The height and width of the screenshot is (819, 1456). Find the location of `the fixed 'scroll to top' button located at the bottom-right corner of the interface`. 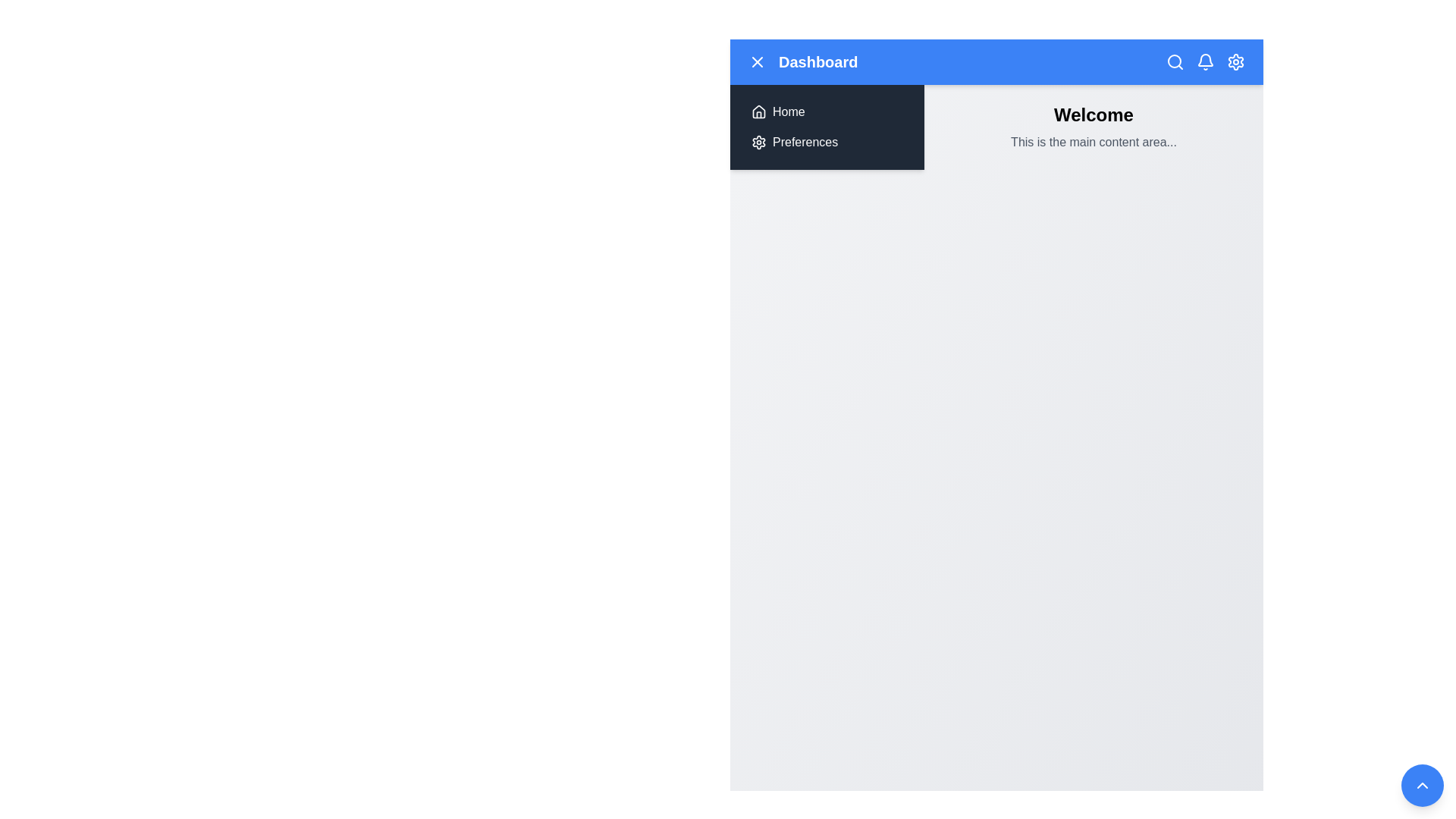

the fixed 'scroll to top' button located at the bottom-right corner of the interface is located at coordinates (1422, 785).